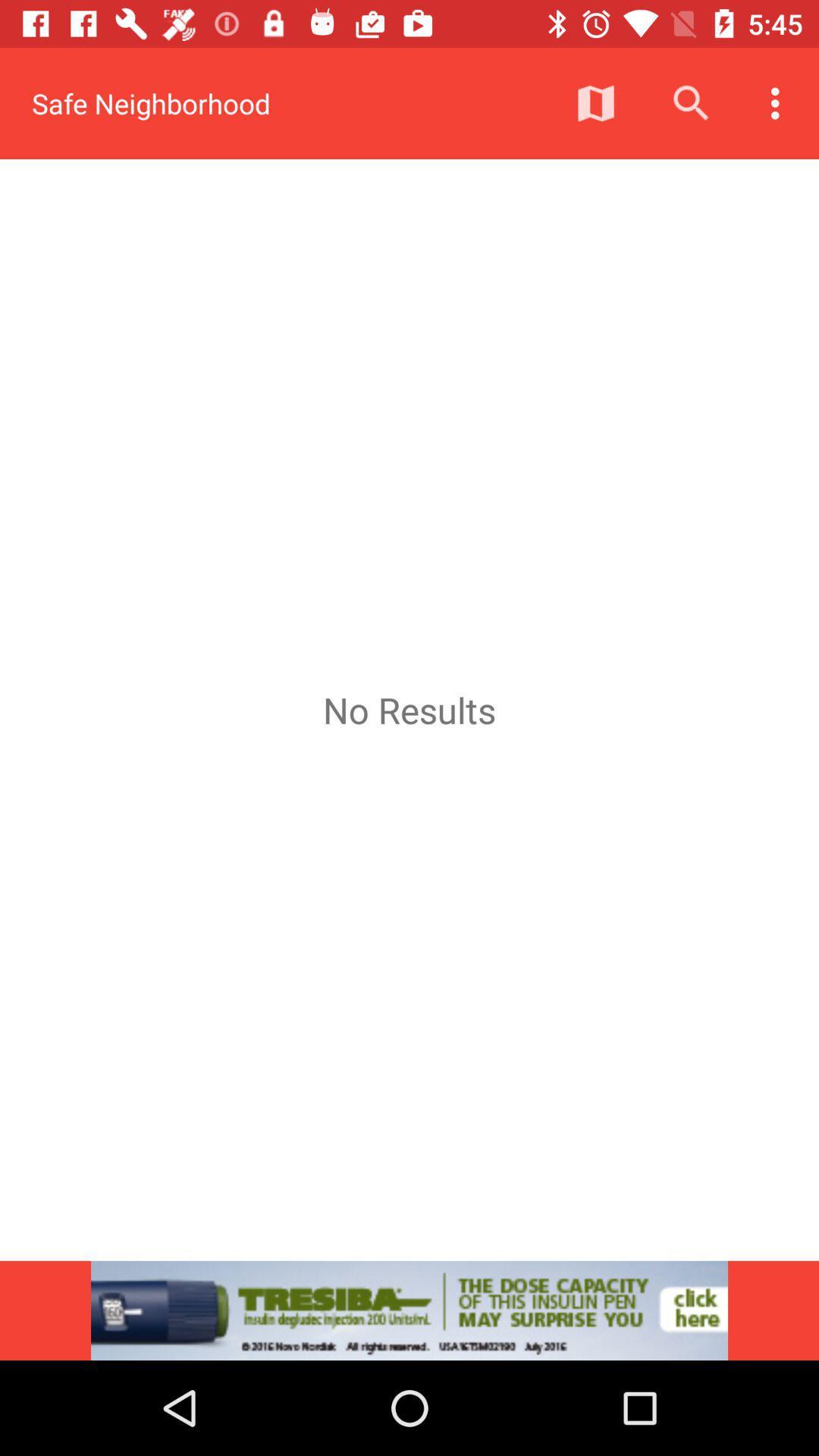 This screenshot has width=819, height=1456. Describe the element at coordinates (779, 102) in the screenshot. I see `icon above no results item` at that location.